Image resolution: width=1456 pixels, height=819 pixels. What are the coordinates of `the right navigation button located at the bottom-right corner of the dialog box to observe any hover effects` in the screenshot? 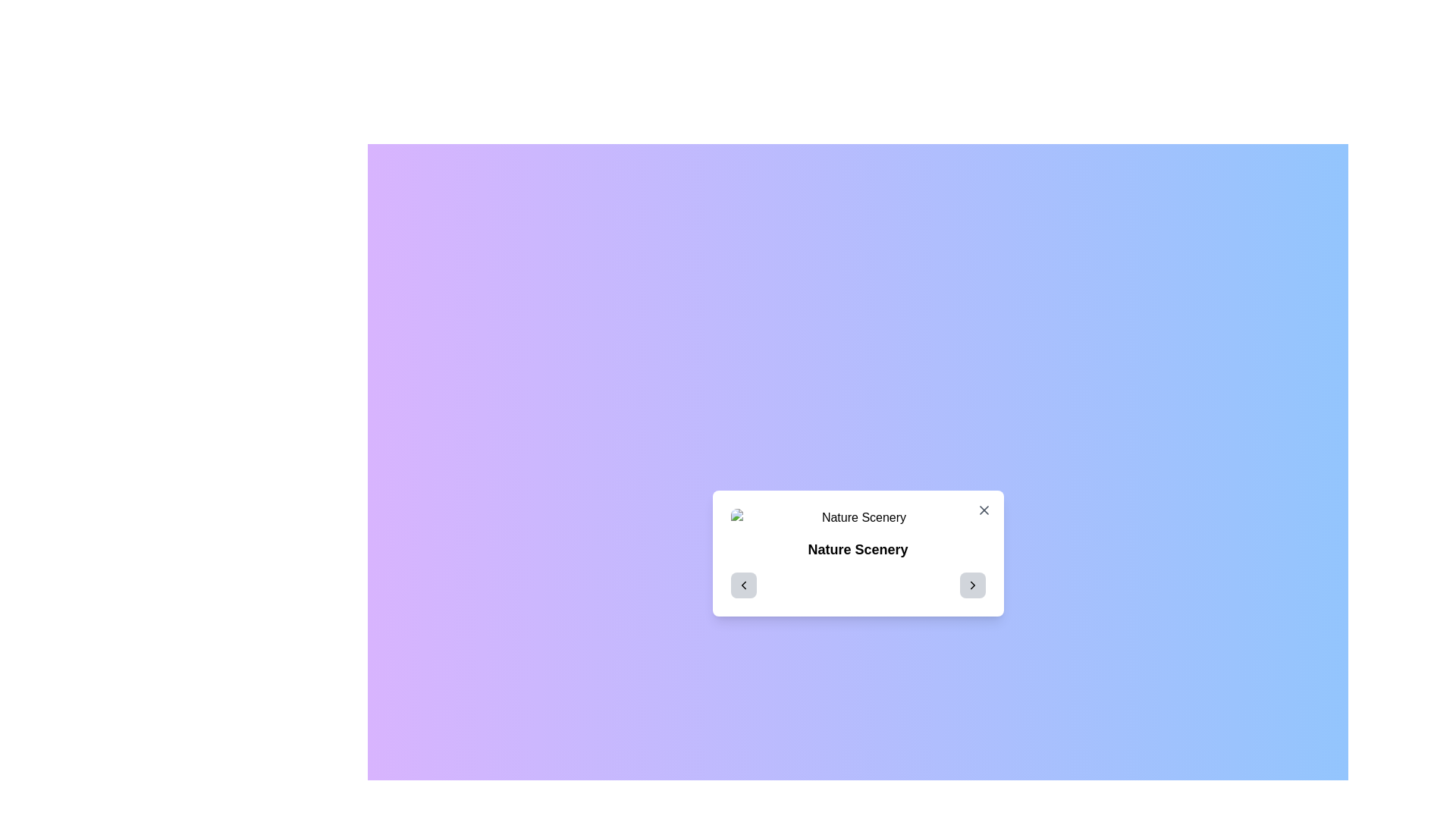 It's located at (972, 584).